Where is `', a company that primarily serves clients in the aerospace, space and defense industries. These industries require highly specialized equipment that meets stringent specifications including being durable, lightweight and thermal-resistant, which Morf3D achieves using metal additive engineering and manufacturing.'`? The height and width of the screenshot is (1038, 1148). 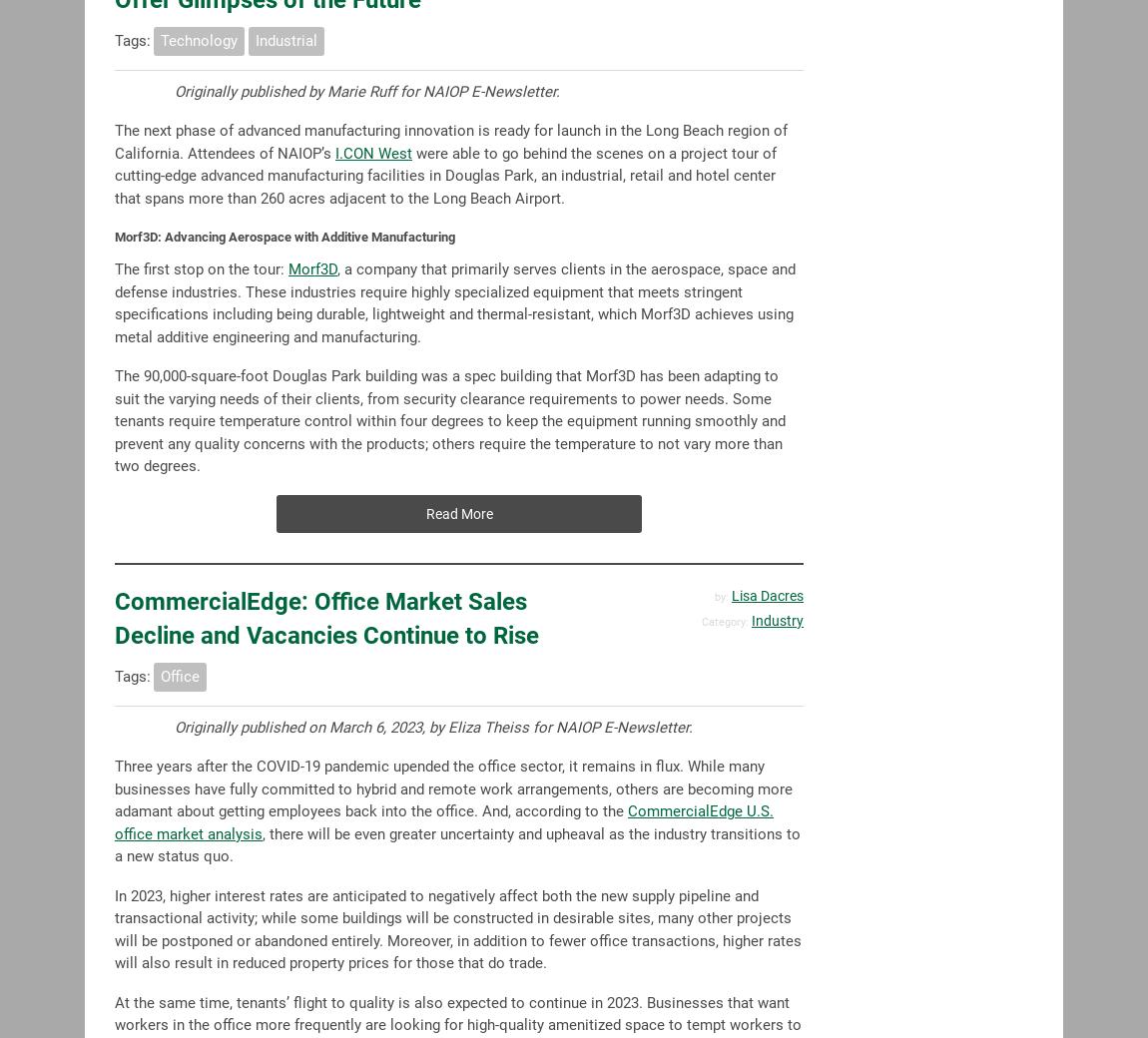 ', a company that primarily serves clients in the aerospace, space and defense industries. These industries require highly specialized equipment that meets stringent specifications including being durable, lightweight and thermal-resistant, which Morf3D achieves using metal additive engineering and manufacturing.' is located at coordinates (114, 301).